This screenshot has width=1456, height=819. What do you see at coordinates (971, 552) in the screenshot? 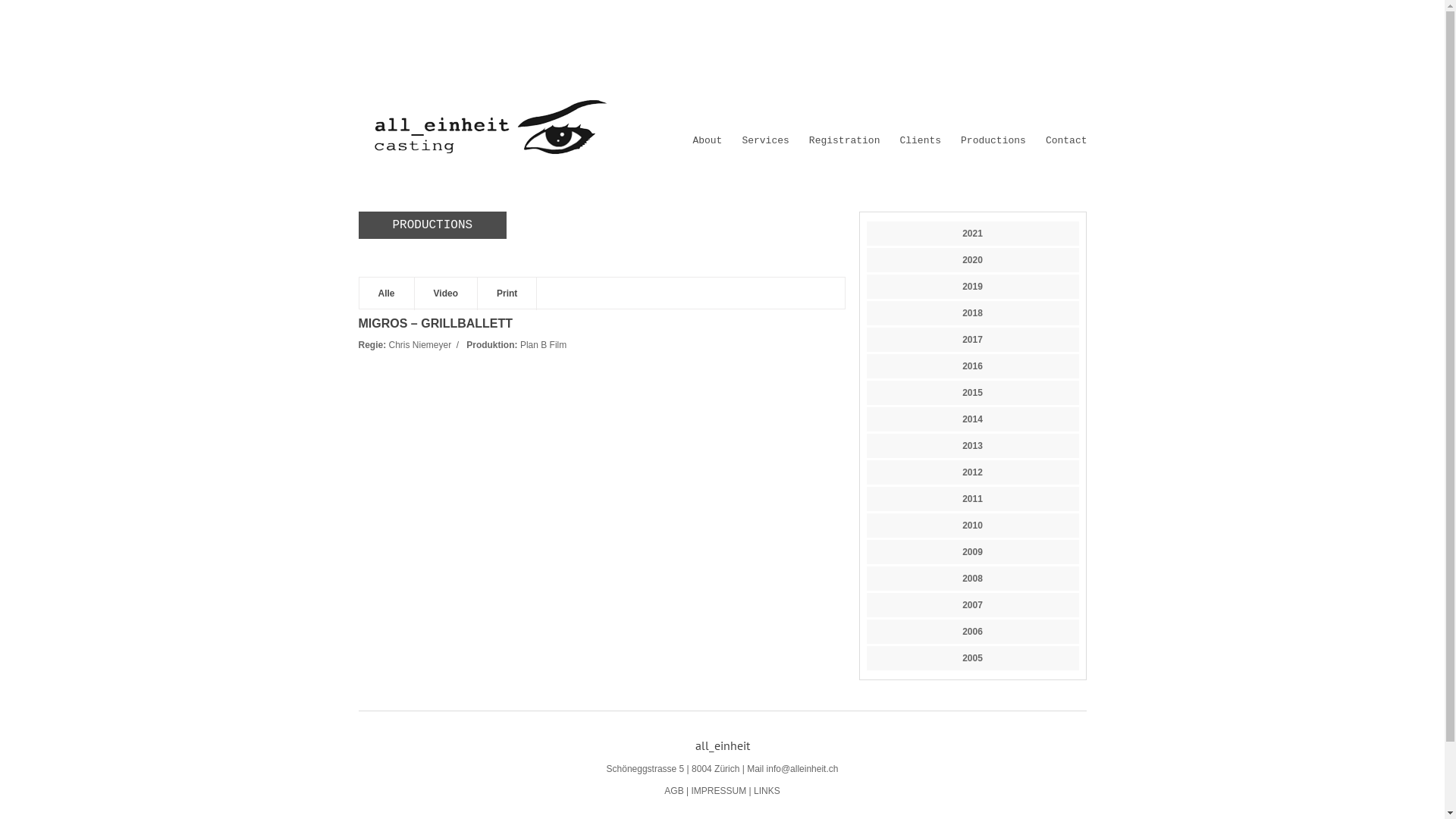
I see `'2009'` at bounding box center [971, 552].